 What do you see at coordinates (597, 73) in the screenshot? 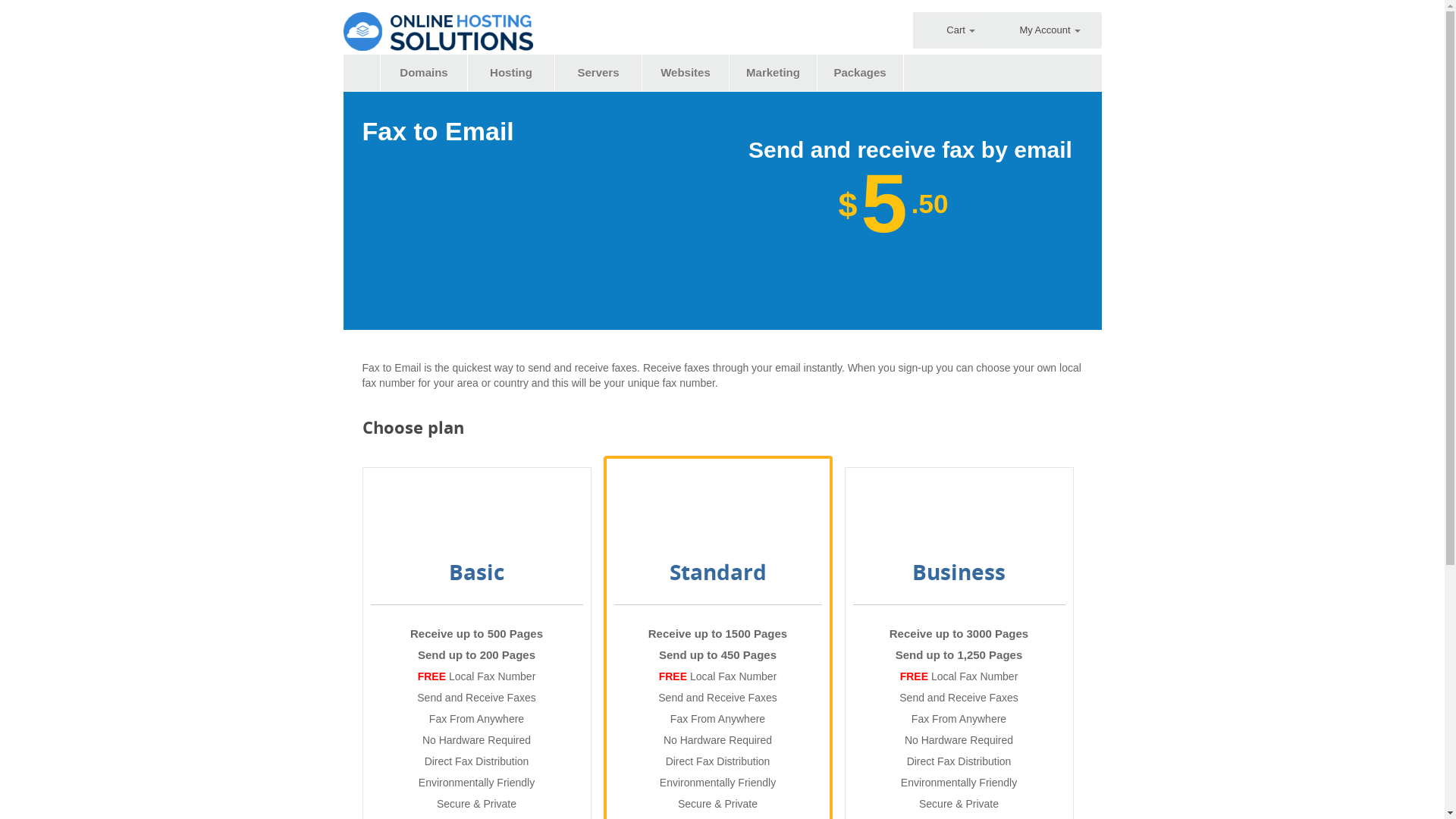
I see `'Servers'` at bounding box center [597, 73].